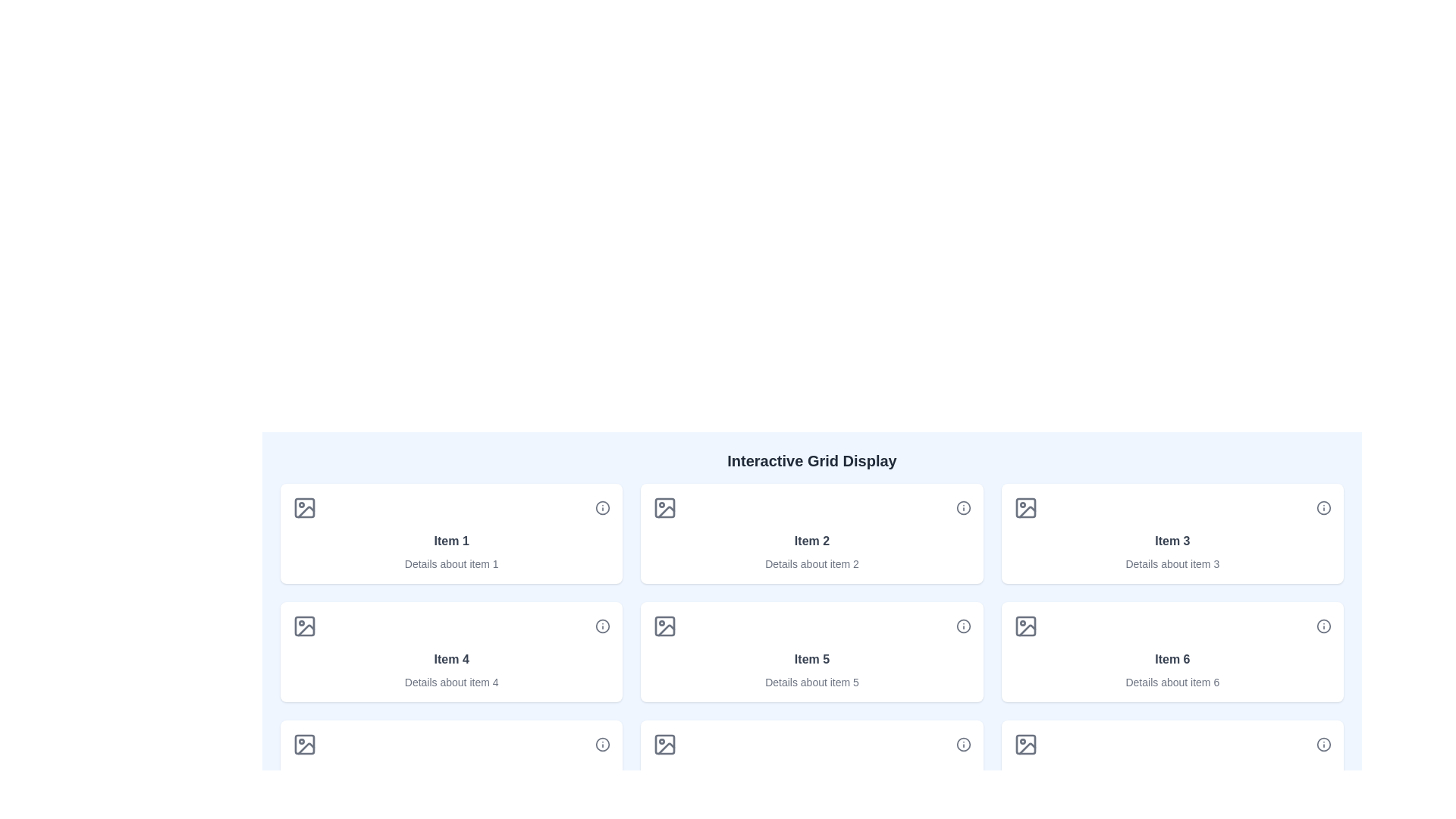 This screenshot has height=819, width=1456. I want to click on the fifth card in the grid layout, so click(811, 651).